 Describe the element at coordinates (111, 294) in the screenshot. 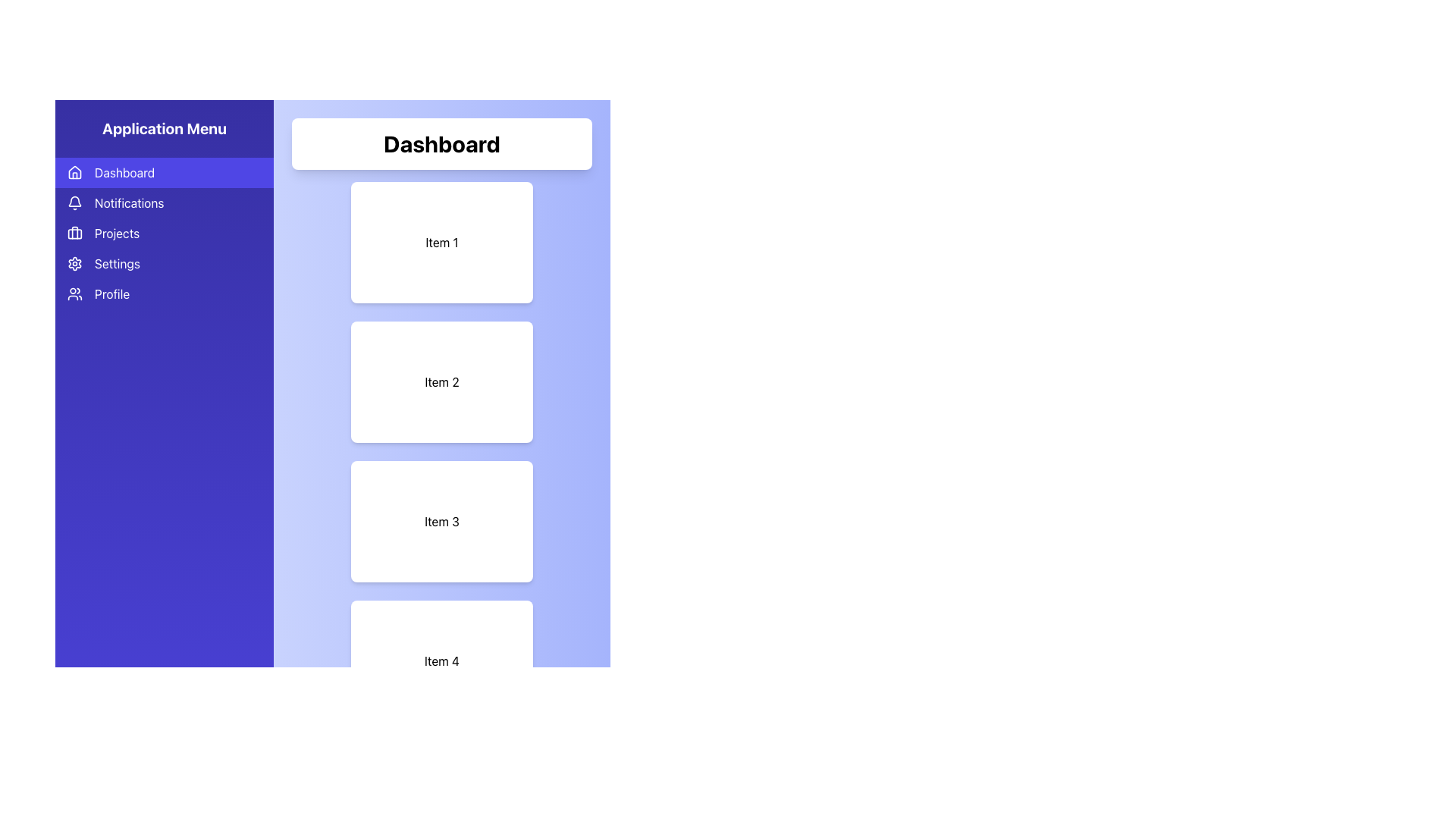

I see `the 'Profile' text label in the bottom-most position of the vertical navigation bar` at that location.